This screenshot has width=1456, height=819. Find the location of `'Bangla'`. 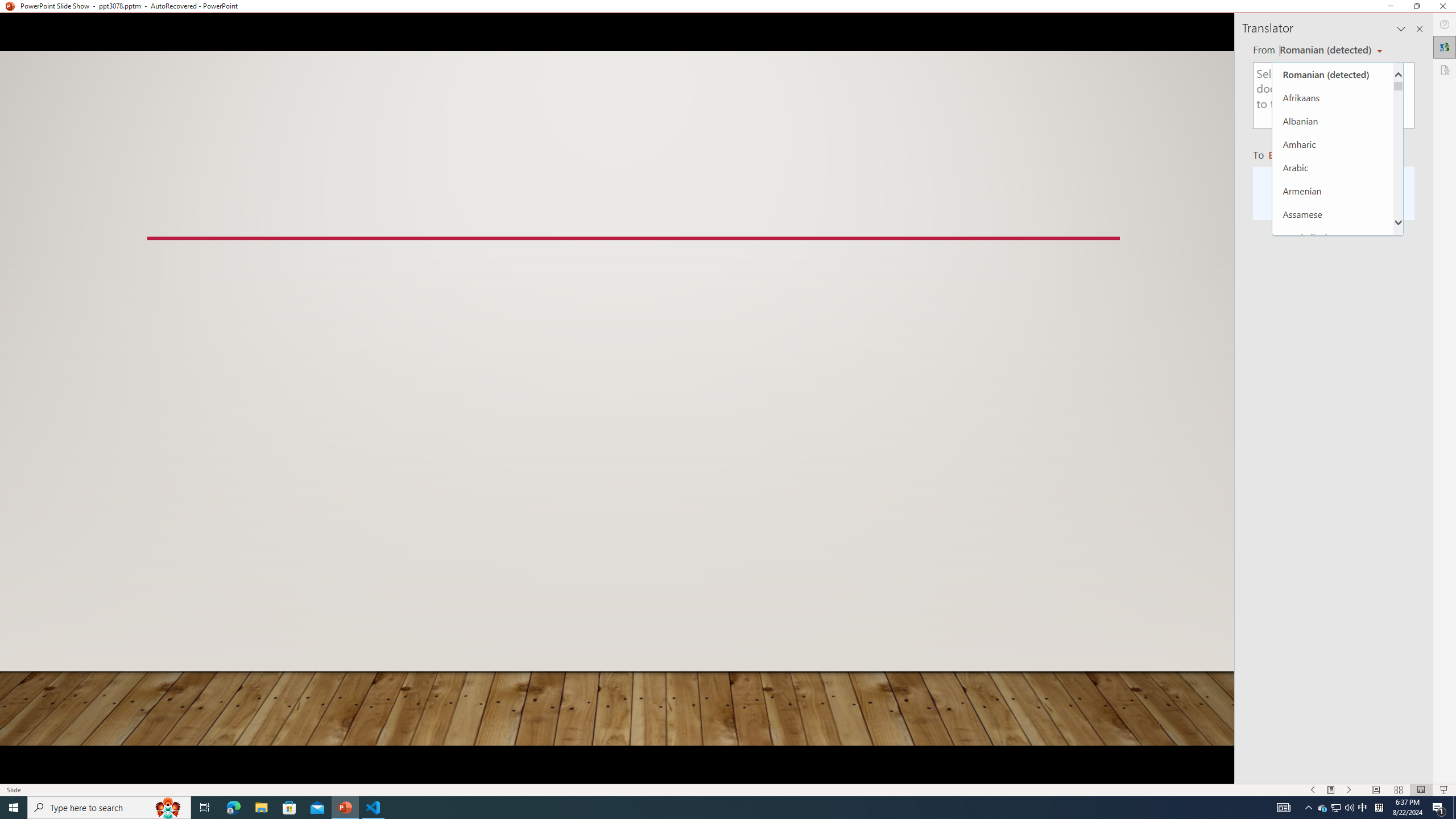

'Bangla' is located at coordinates (1333, 260).